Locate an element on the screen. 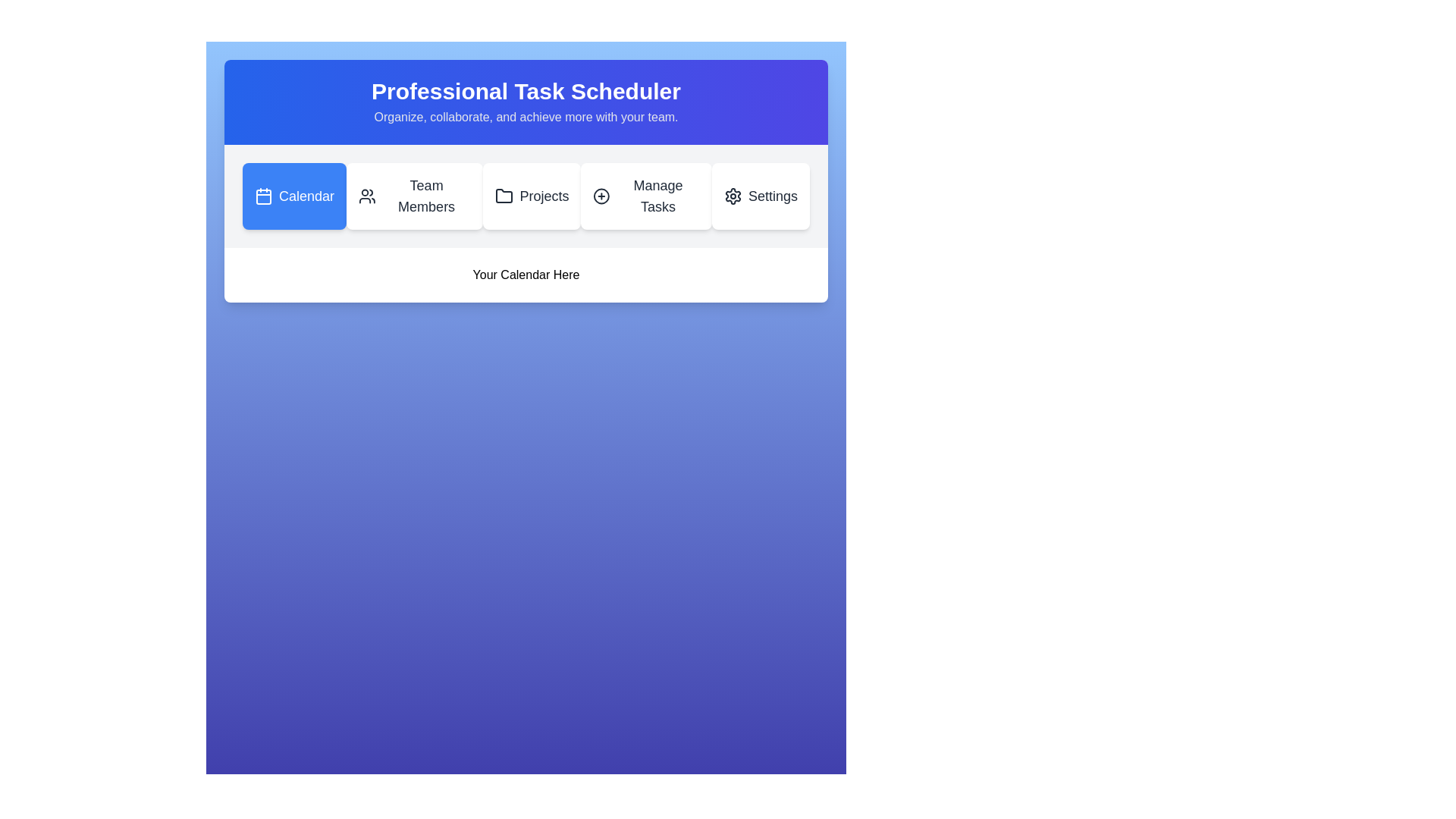  text element that says 'Organize, collaborate, and achieve more with your team.' It is a smaller, subdued gray text located directly below the bold heading 'Professional Task Scheduler.' is located at coordinates (526, 116).